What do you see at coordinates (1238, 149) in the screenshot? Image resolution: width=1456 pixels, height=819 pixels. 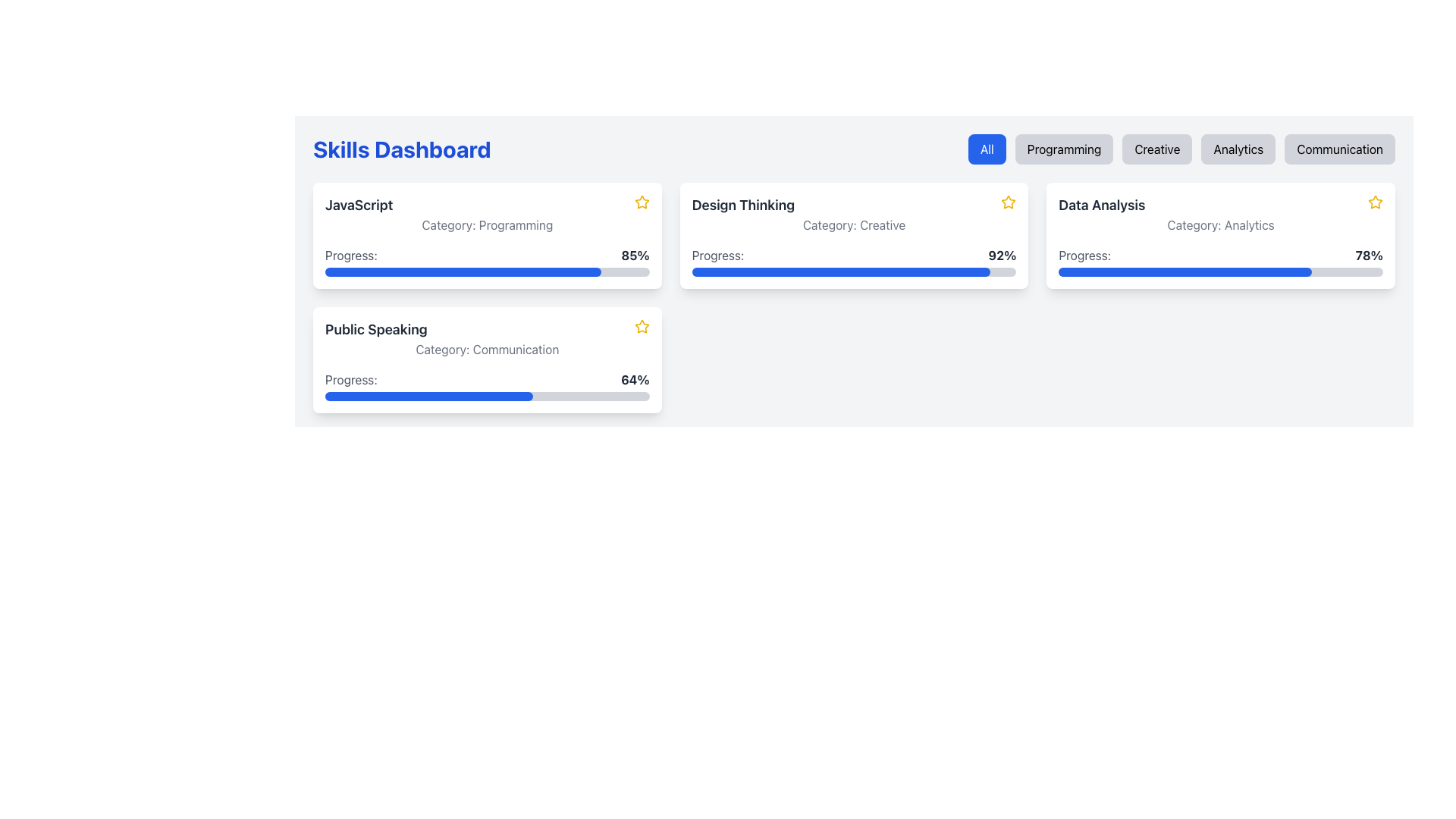 I see `the 'Analytics' button, which is the fourth button in a horizontal row of five buttons` at bounding box center [1238, 149].